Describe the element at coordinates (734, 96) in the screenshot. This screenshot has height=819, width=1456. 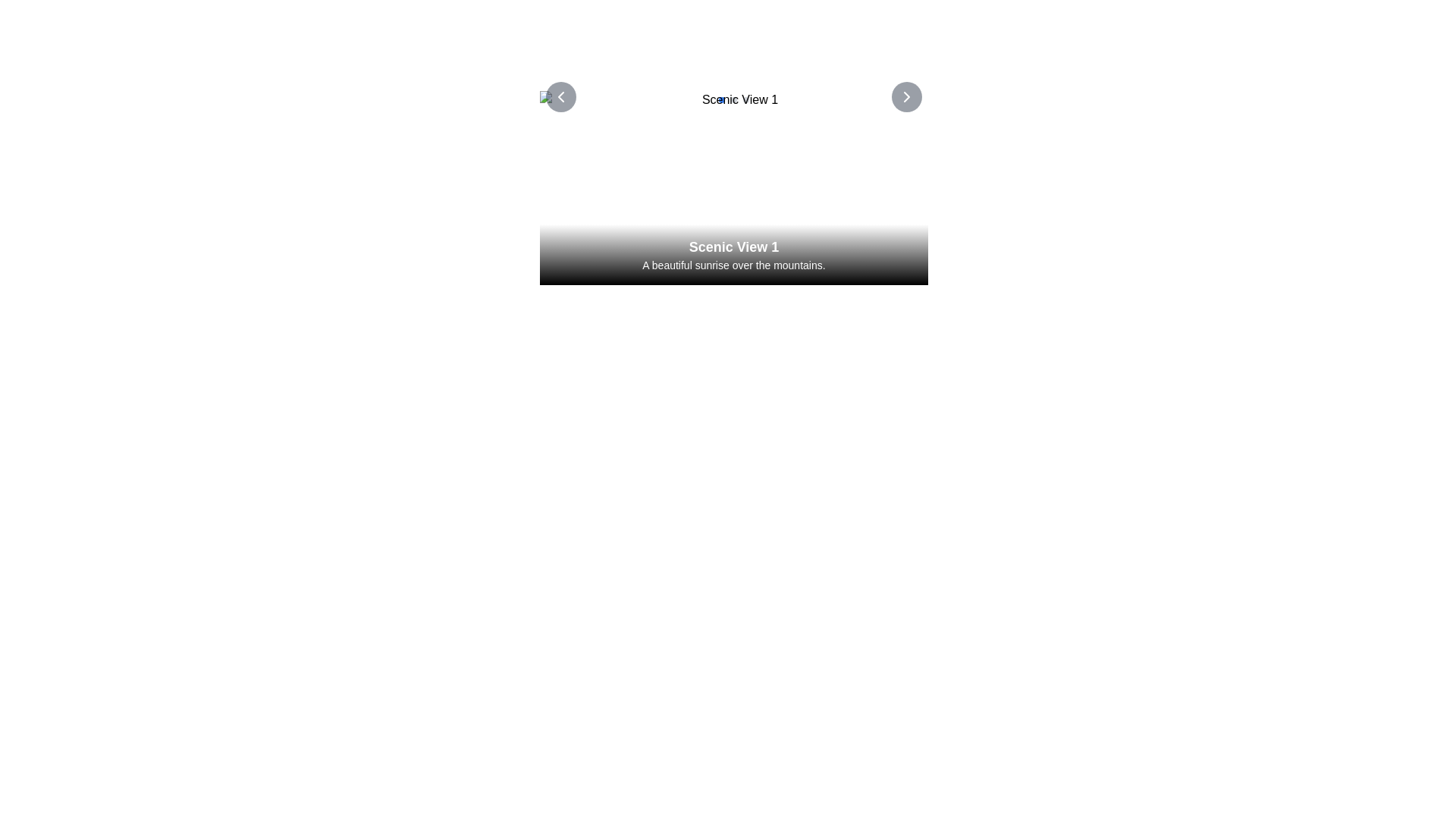
I see `the text of the Text Label that identifies the current scenic view, positioned centrally above the description and image for 'Scenic View 1'` at that location.